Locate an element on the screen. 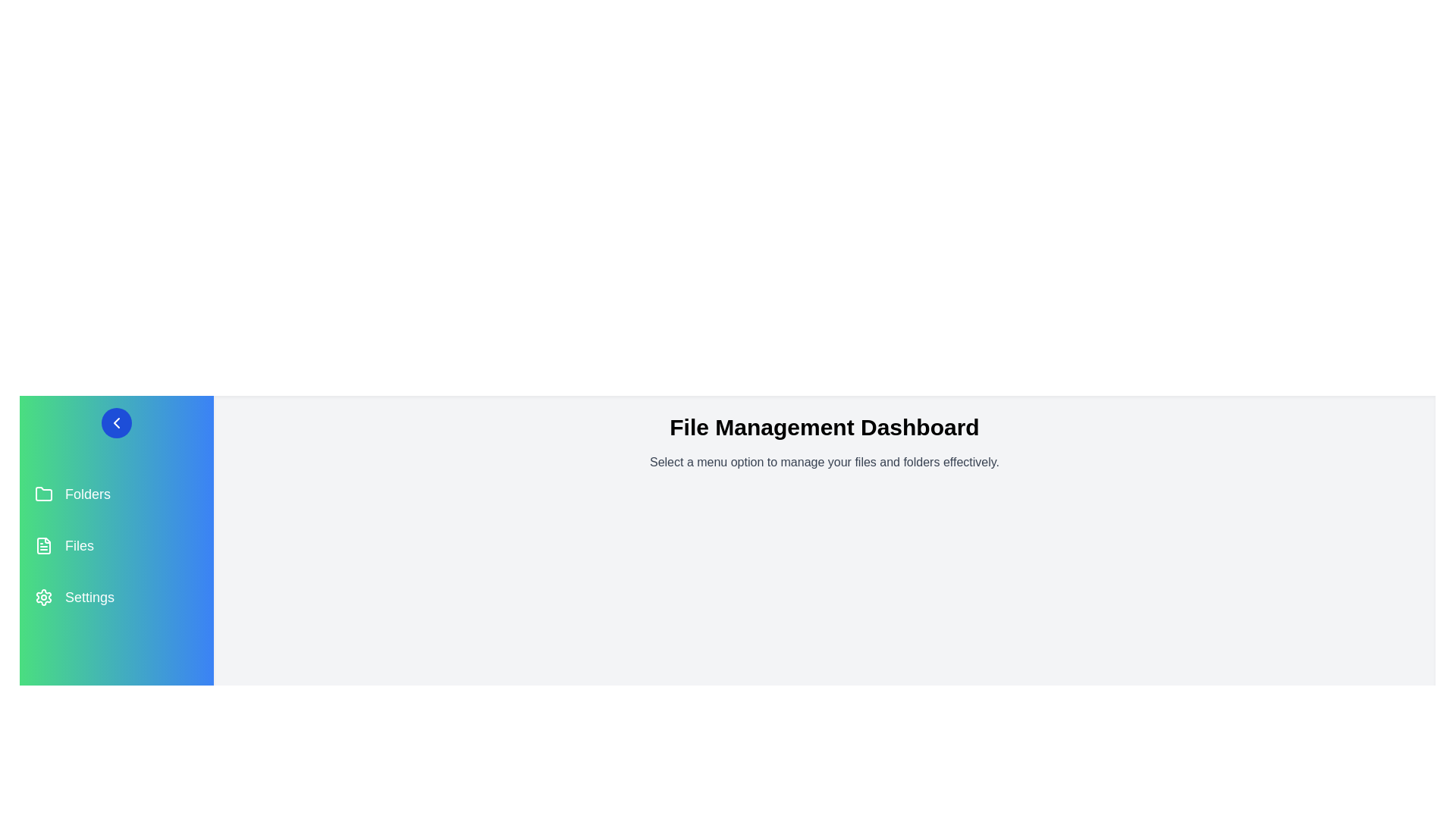 The image size is (1456, 819). toggle button to expand or collapse the side menu is located at coordinates (115, 423).